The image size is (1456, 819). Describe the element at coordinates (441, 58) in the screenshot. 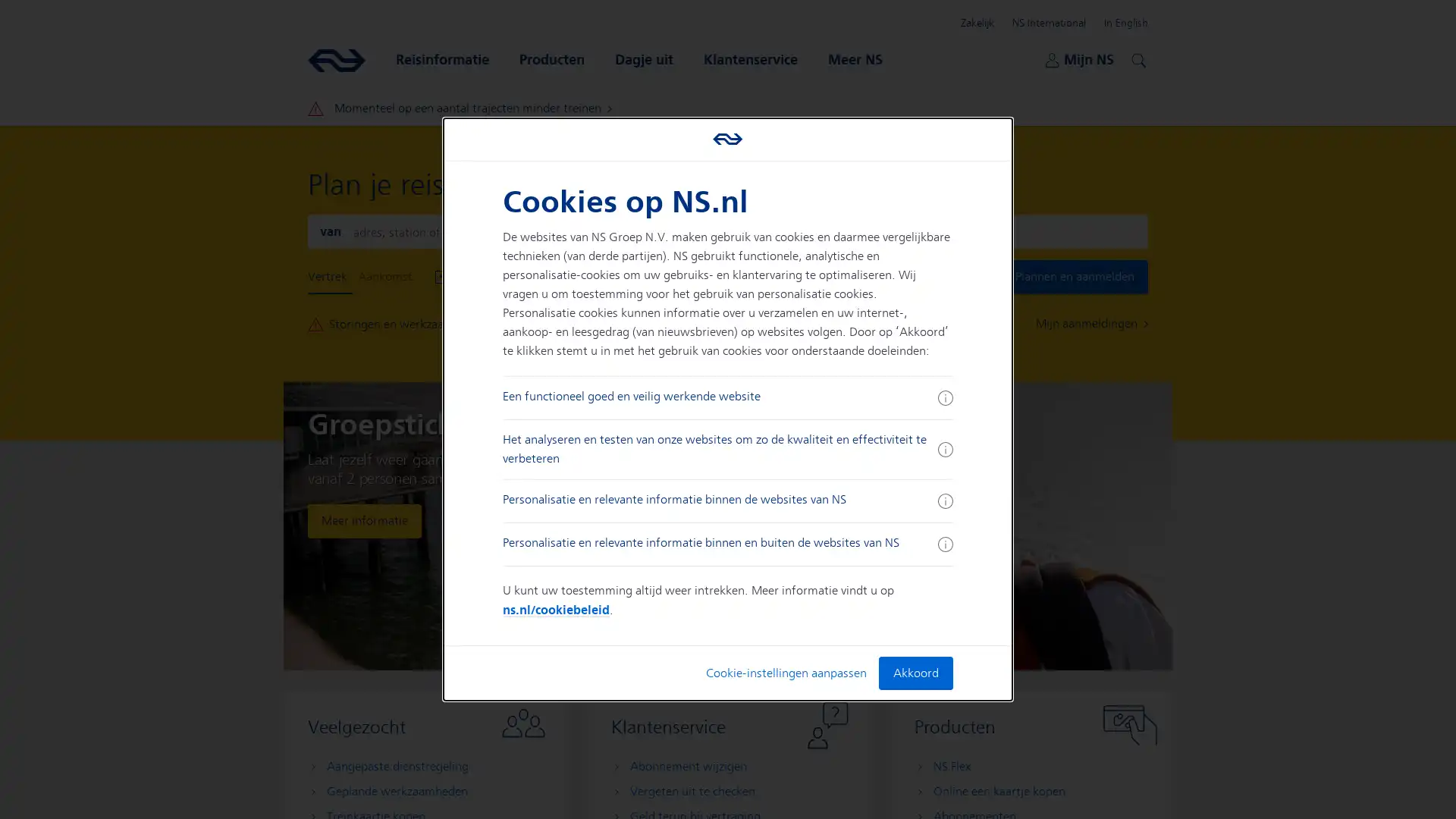

I see `Reisinformatie Open submenu` at that location.